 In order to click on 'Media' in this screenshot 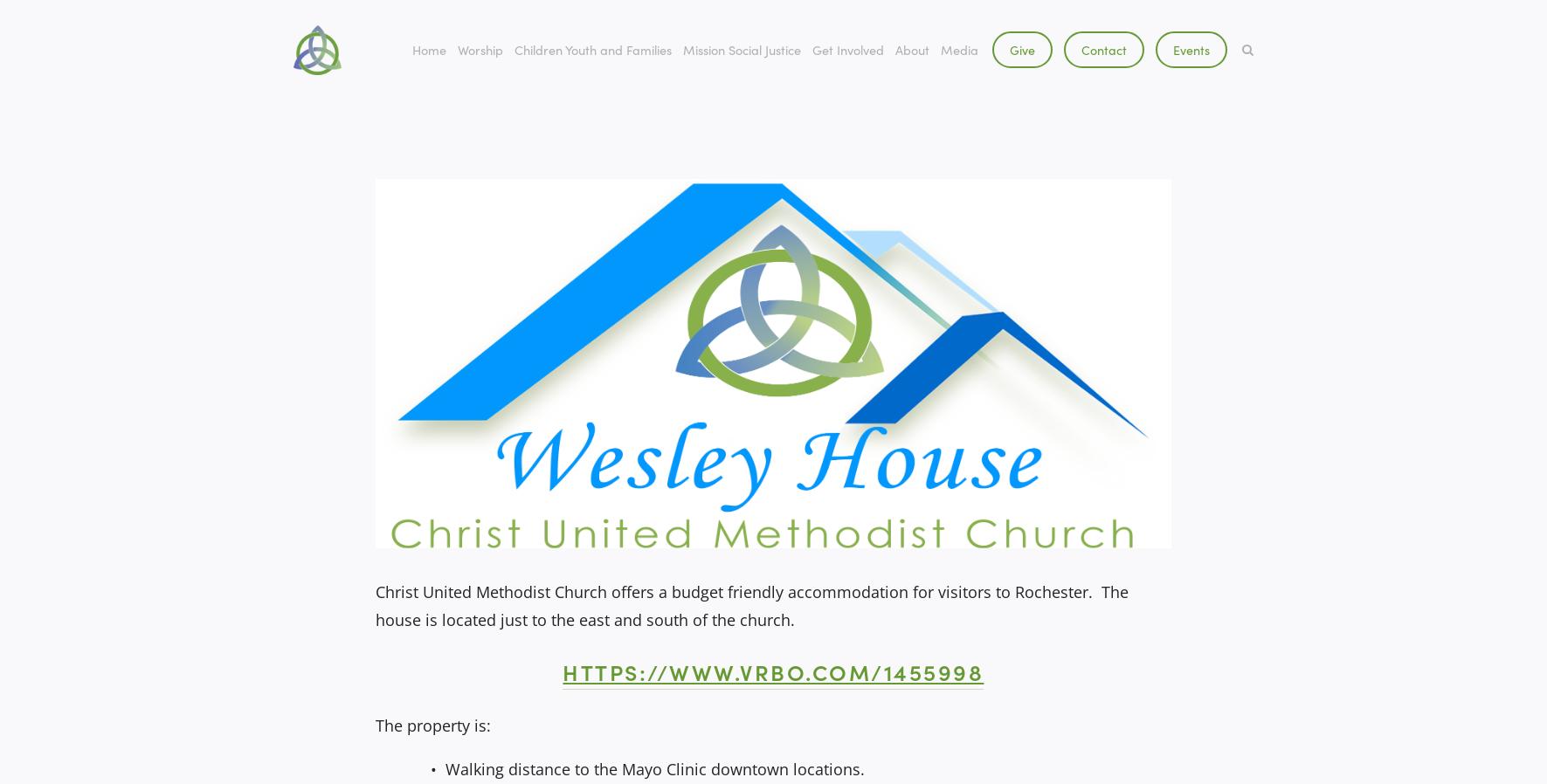, I will do `click(939, 49)`.